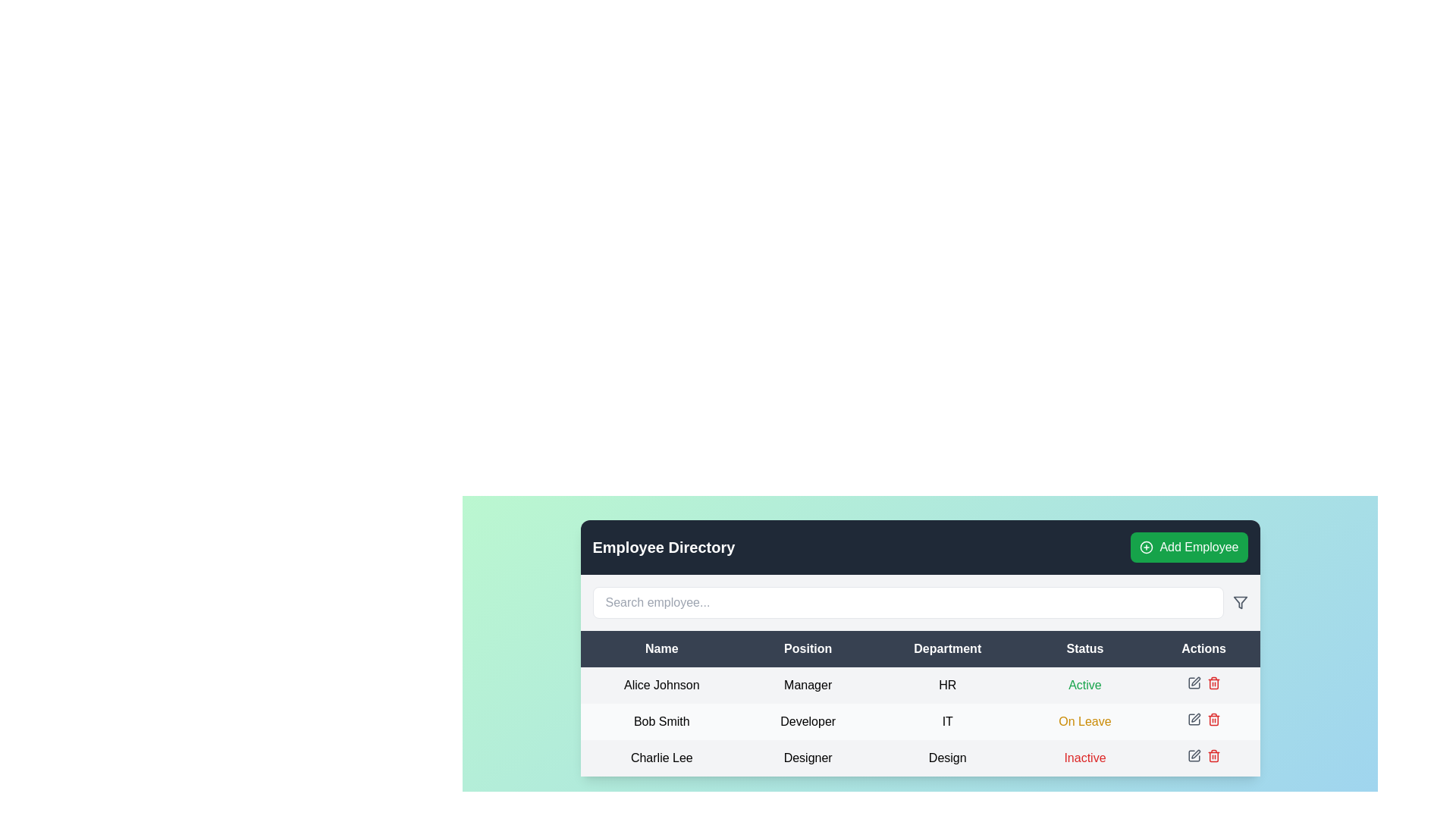  I want to click on the 'Developer' text label in the second row under the 'Position' column of the table layout, so click(807, 721).